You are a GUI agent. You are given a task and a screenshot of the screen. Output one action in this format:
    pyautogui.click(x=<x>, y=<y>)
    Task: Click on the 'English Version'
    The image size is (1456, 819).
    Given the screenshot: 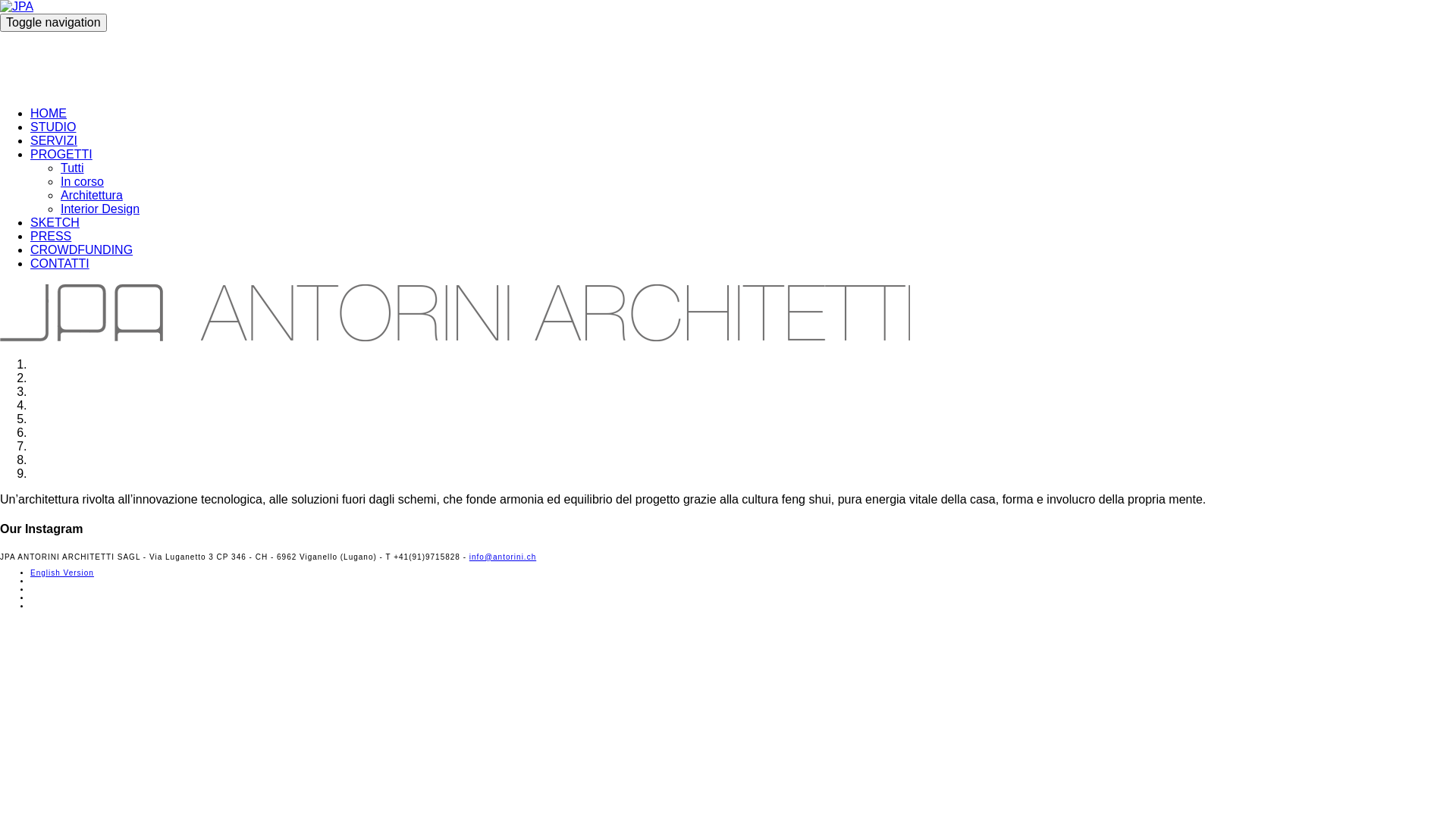 What is the action you would take?
    pyautogui.click(x=61, y=573)
    